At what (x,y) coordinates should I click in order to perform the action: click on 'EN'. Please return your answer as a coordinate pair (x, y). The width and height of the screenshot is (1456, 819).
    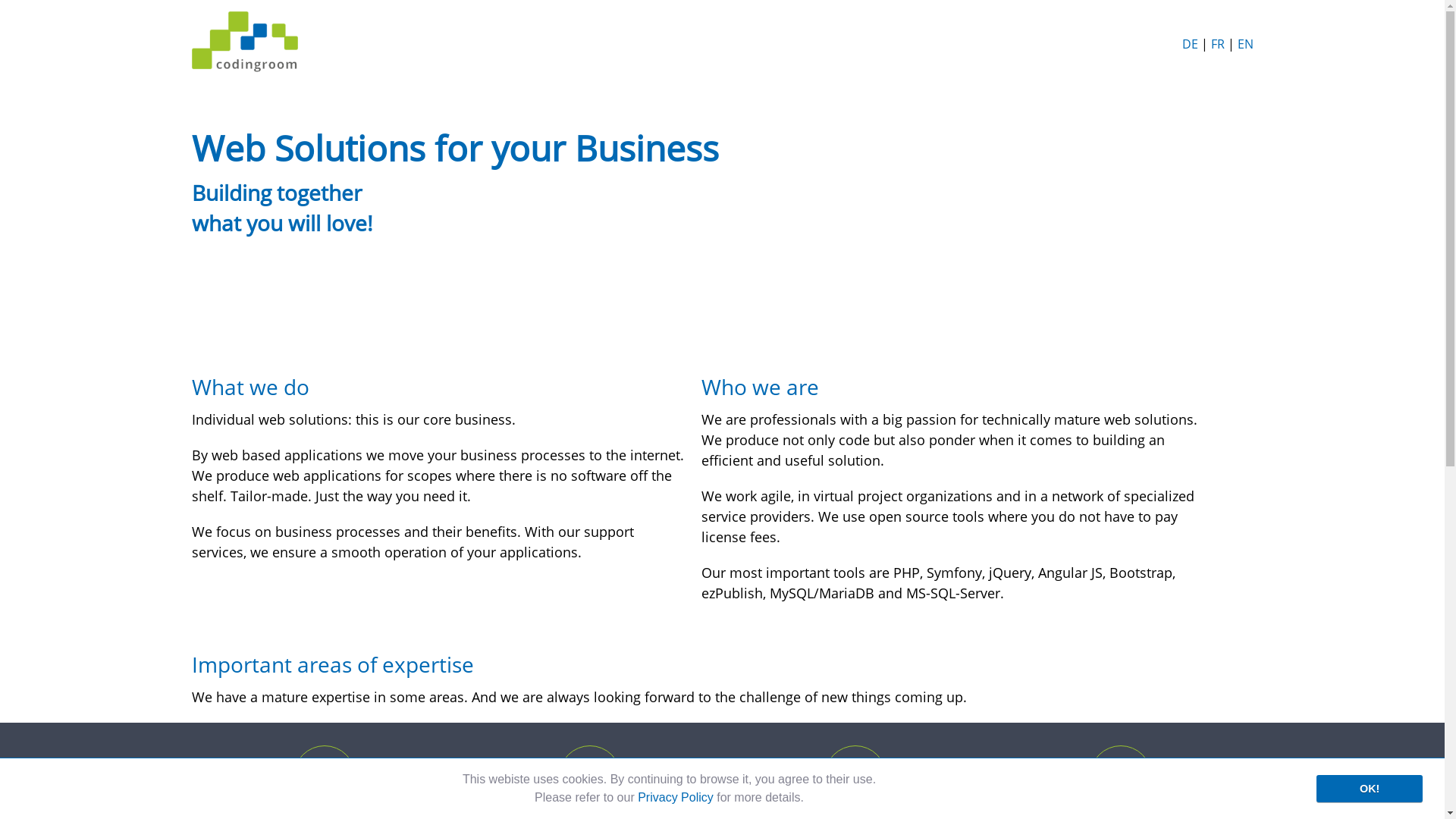
    Looking at the image, I should click on (1245, 42).